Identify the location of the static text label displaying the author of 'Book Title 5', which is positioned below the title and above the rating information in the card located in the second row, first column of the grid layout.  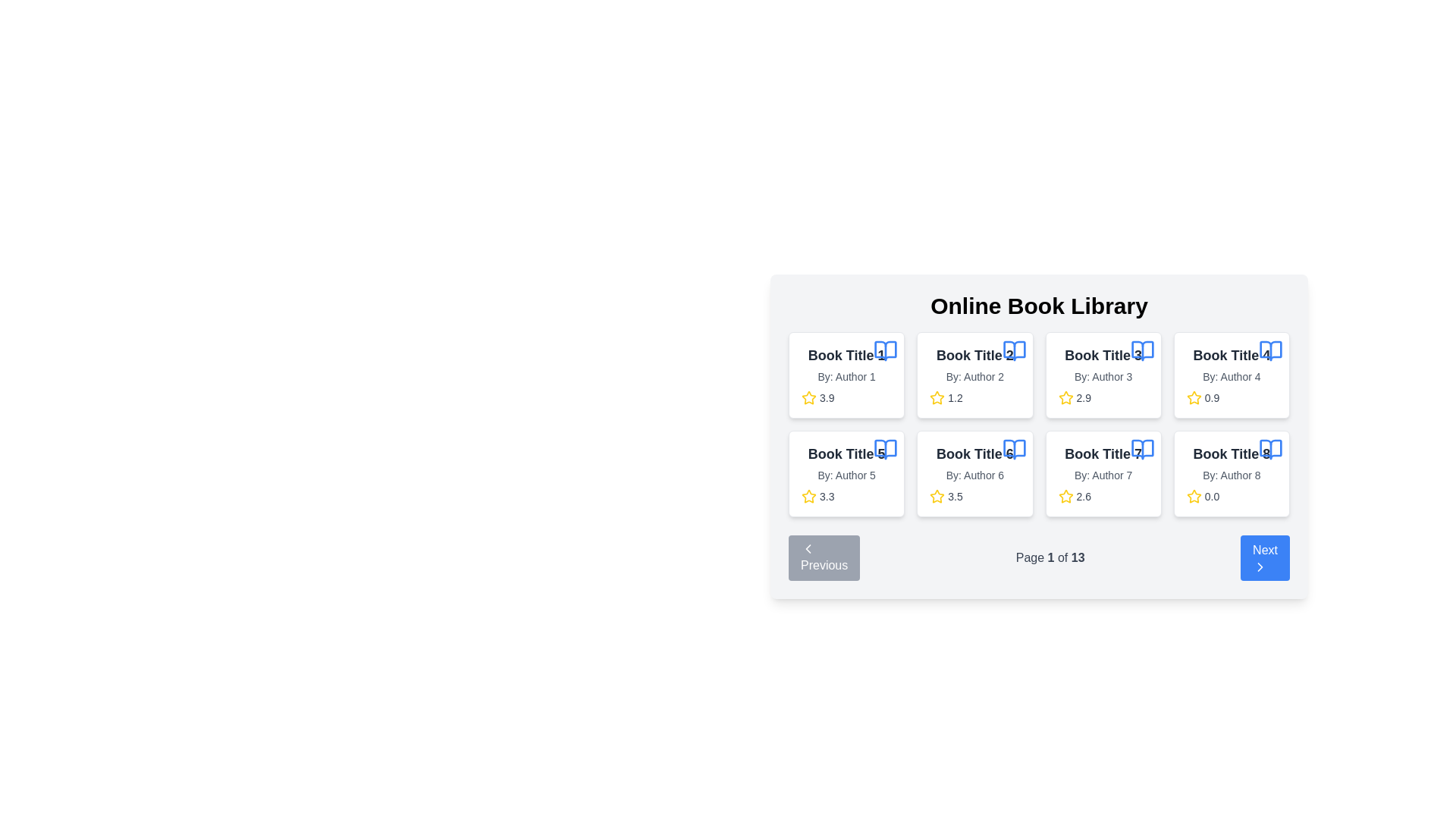
(846, 475).